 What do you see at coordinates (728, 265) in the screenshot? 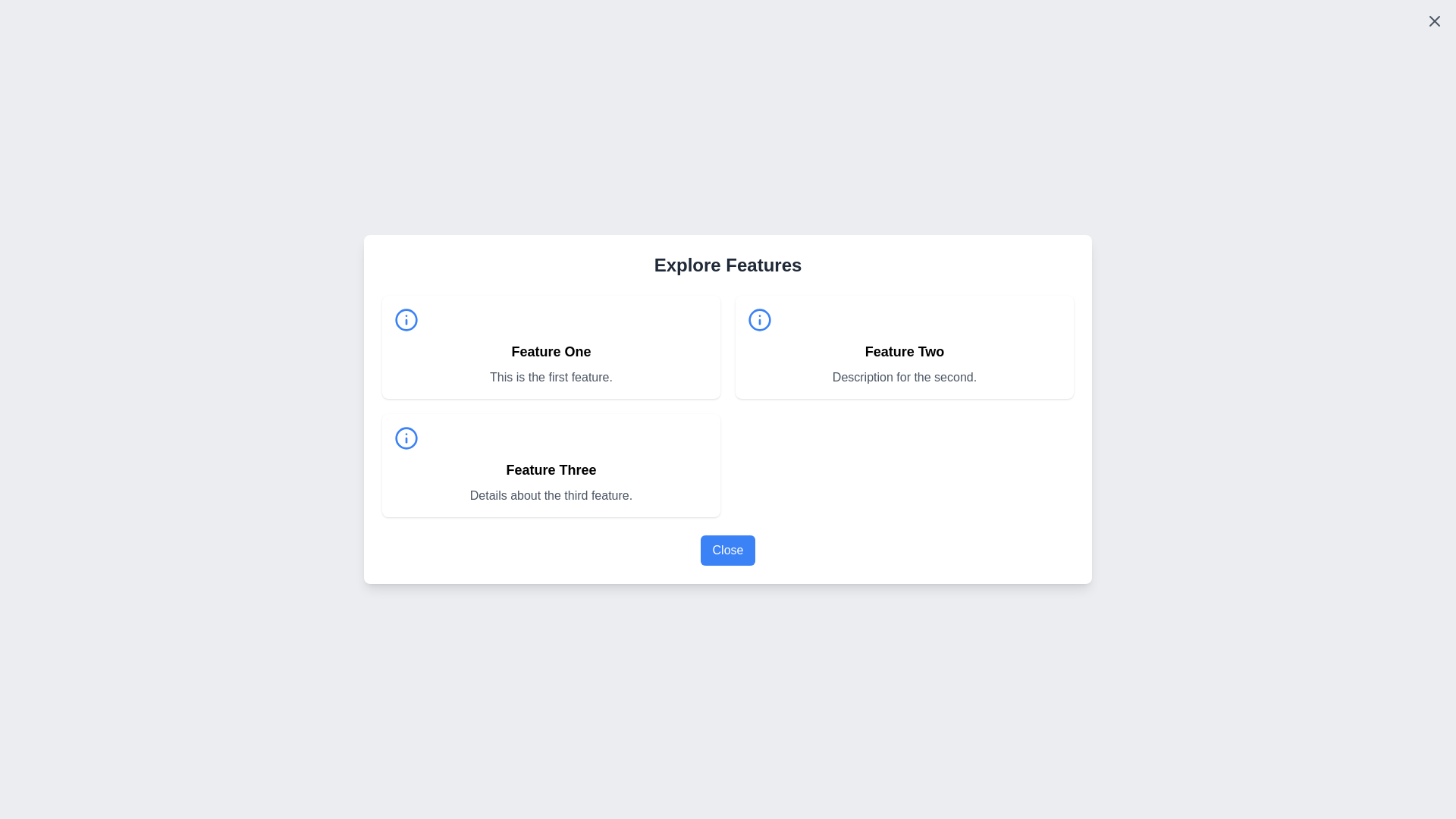
I see `the Header text element, which serves as the title for the dialog box, indicating the intent of exploring specific features` at bounding box center [728, 265].